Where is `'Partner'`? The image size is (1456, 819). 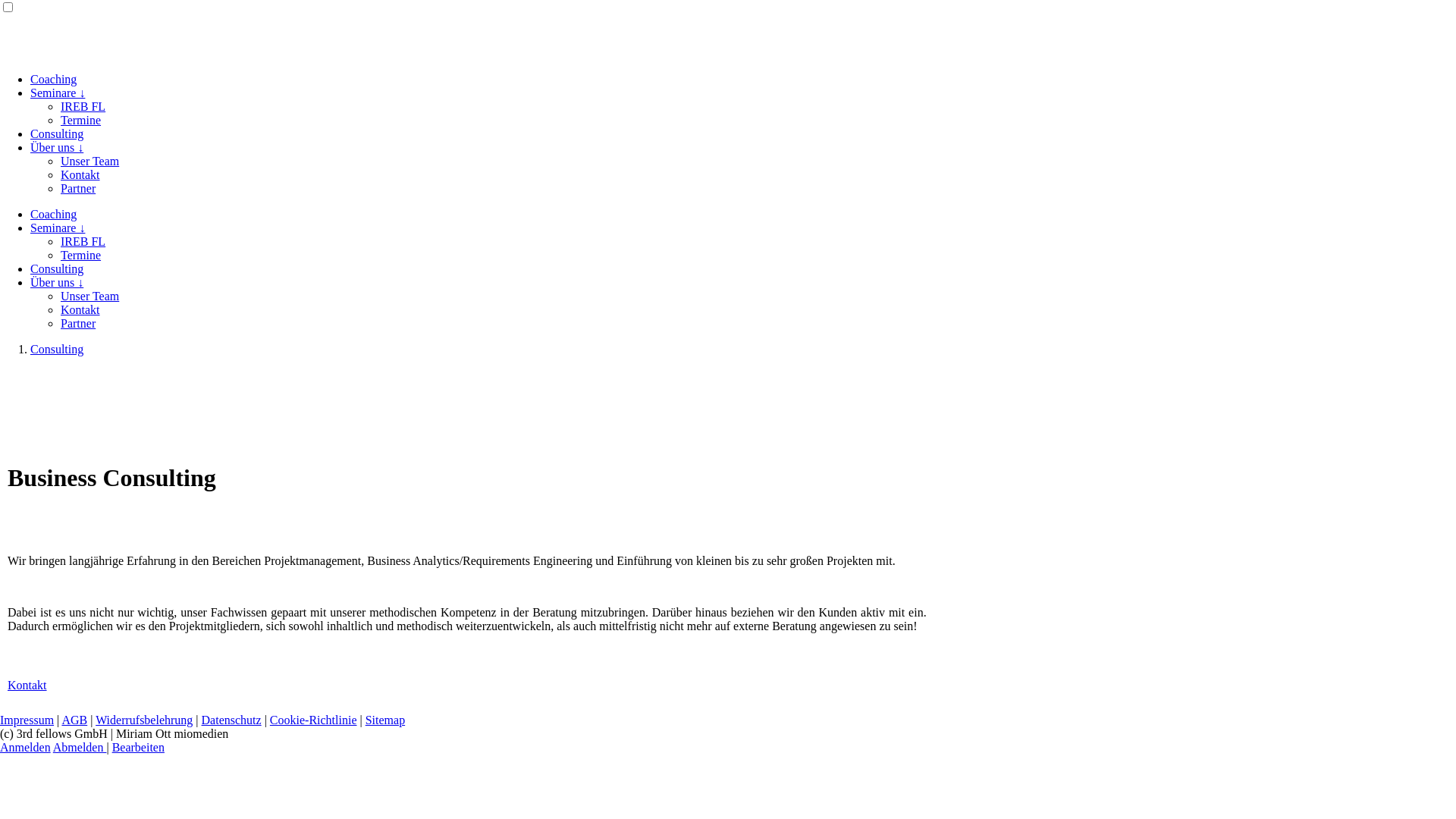
'Partner' is located at coordinates (77, 187).